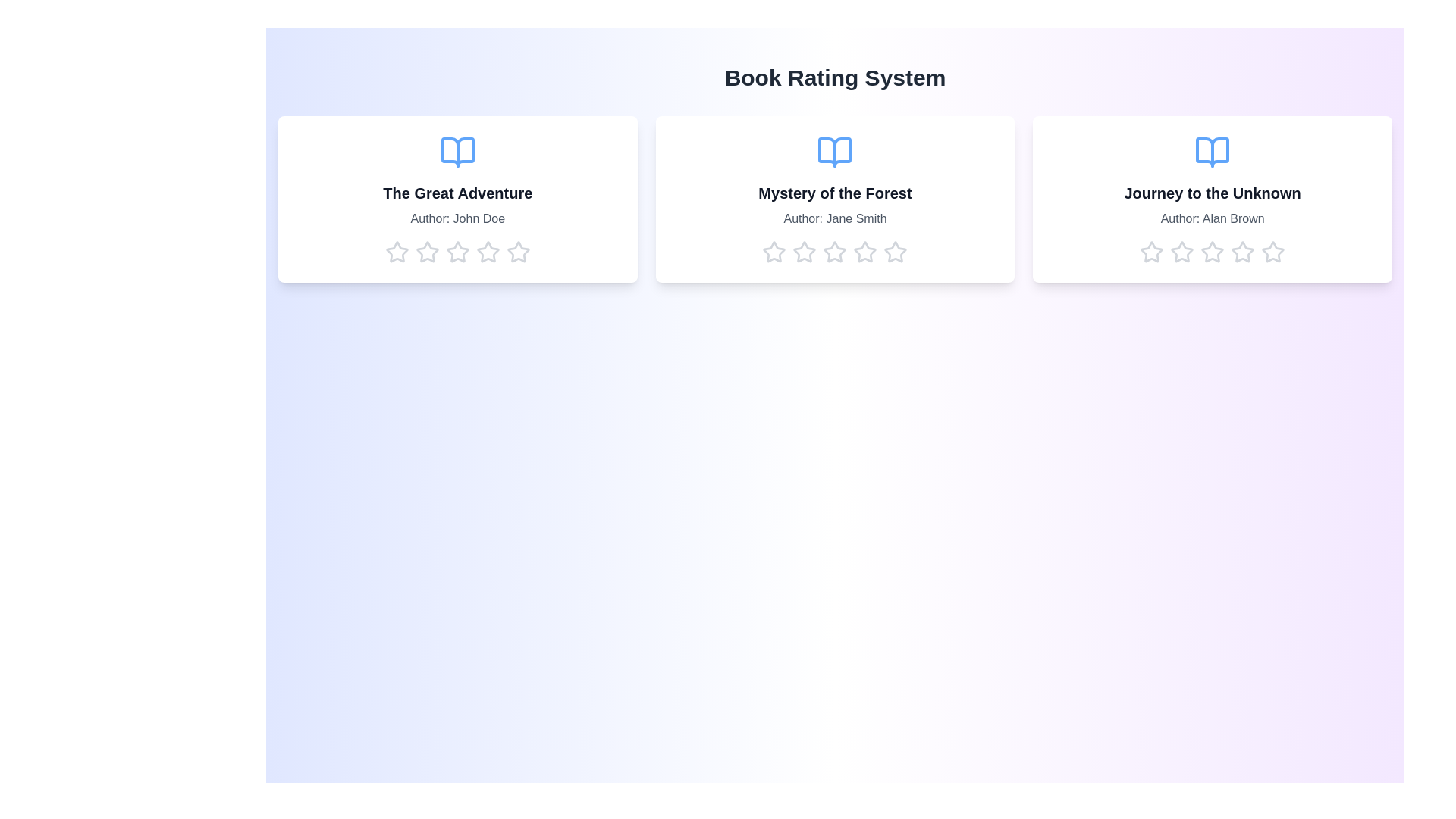 Image resolution: width=1456 pixels, height=819 pixels. What do you see at coordinates (518, 251) in the screenshot?
I see `the star corresponding to 5 stars to preview the rating` at bounding box center [518, 251].